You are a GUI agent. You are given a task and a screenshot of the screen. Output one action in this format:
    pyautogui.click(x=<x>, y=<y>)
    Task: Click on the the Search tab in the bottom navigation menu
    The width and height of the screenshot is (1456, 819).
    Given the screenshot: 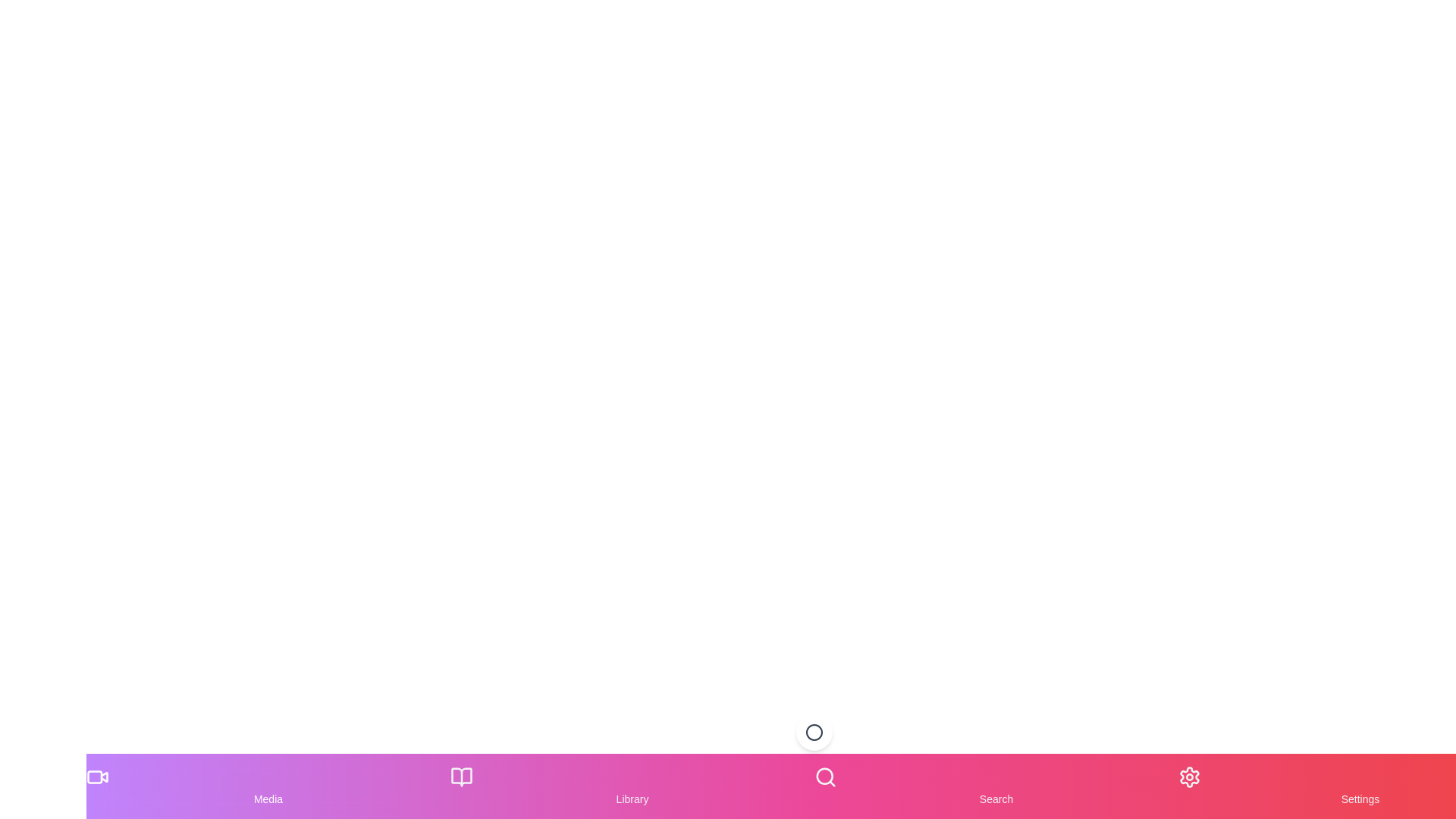 What is the action you would take?
    pyautogui.click(x=996, y=786)
    